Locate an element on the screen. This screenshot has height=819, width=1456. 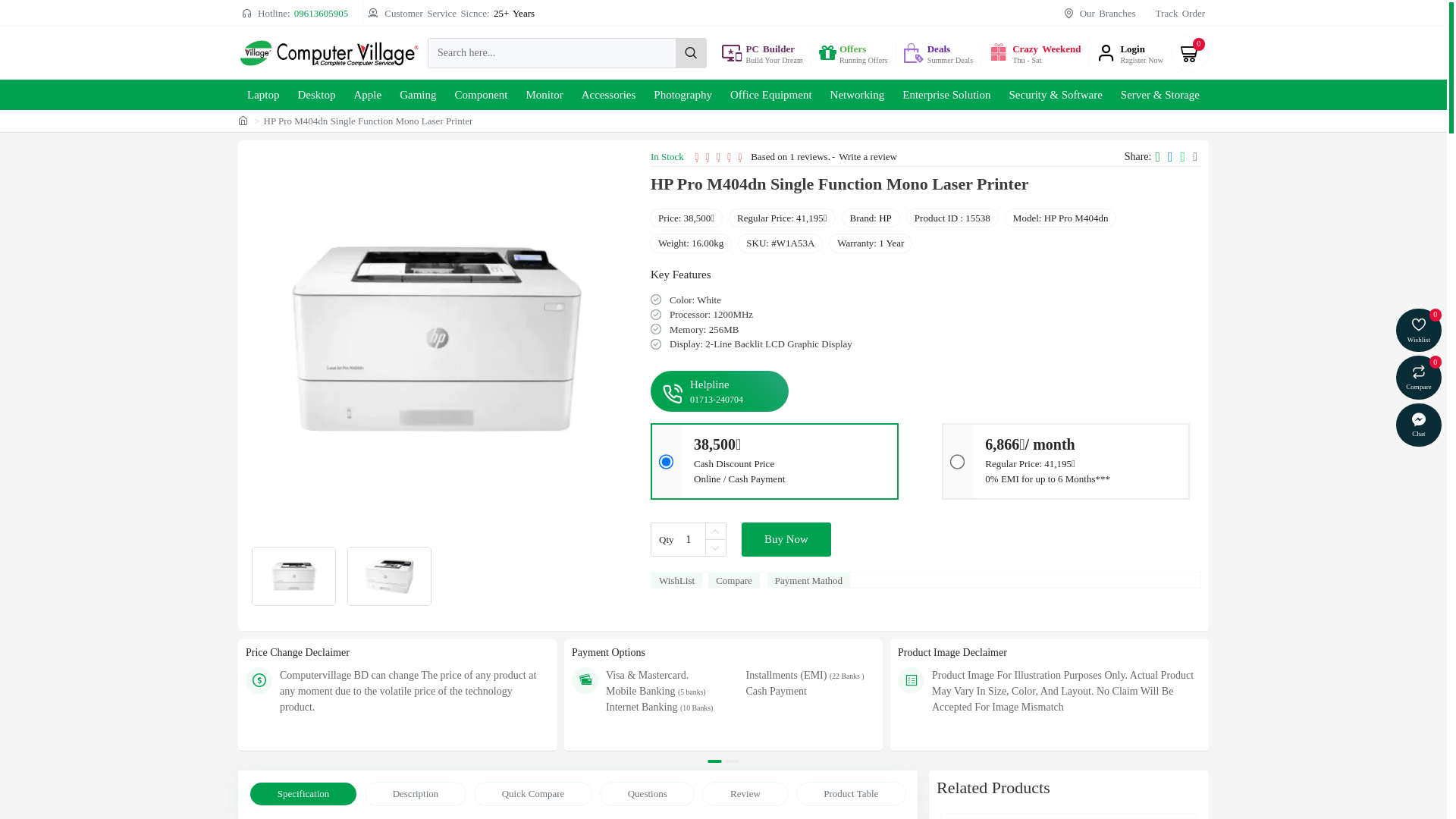
'Apple' is located at coordinates (367, 94).